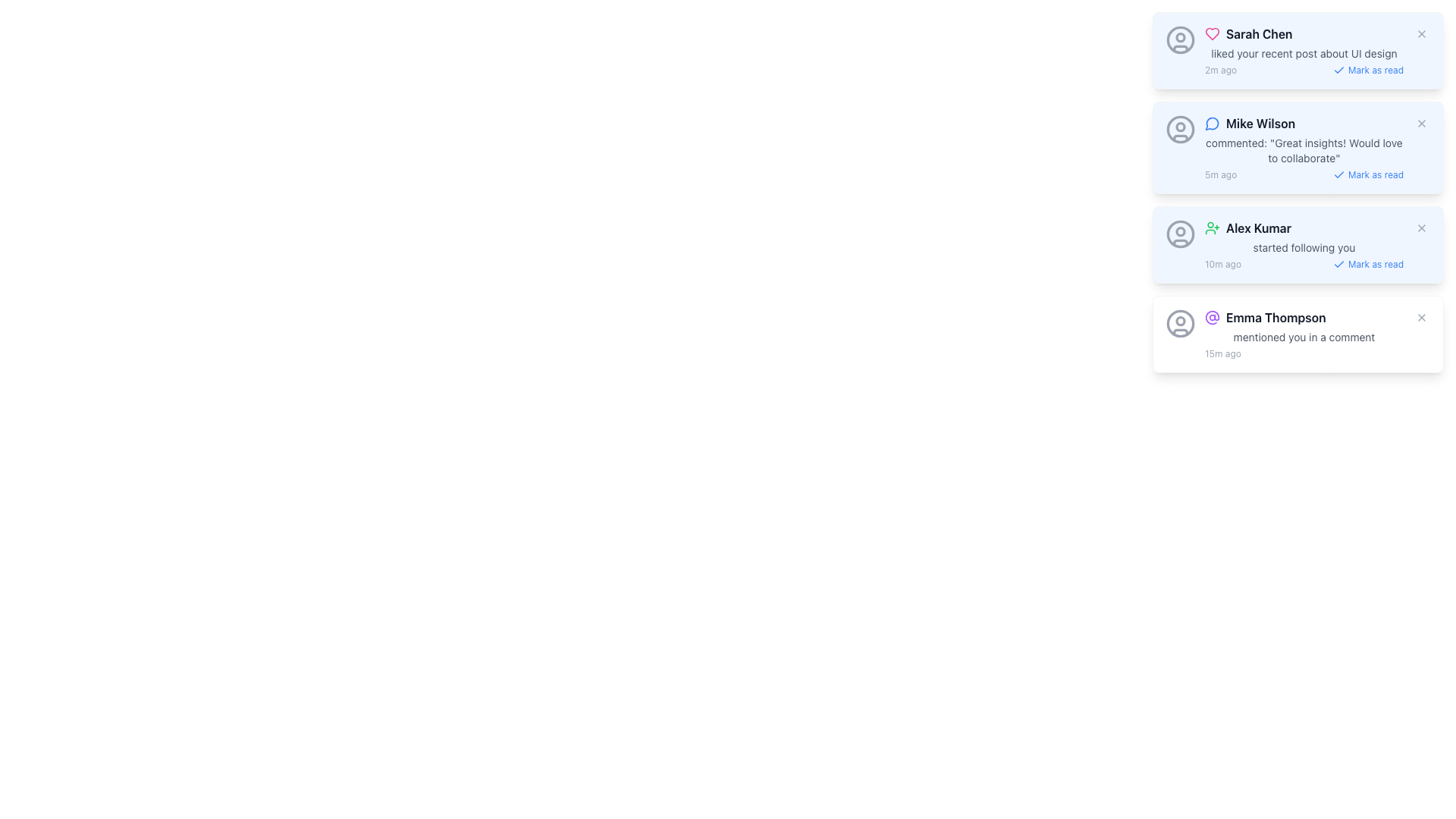 The image size is (1456, 819). What do you see at coordinates (1211, 34) in the screenshot?
I see `the heart-shaped pink icon located to the left of the name text 'Sarah Chen'` at bounding box center [1211, 34].